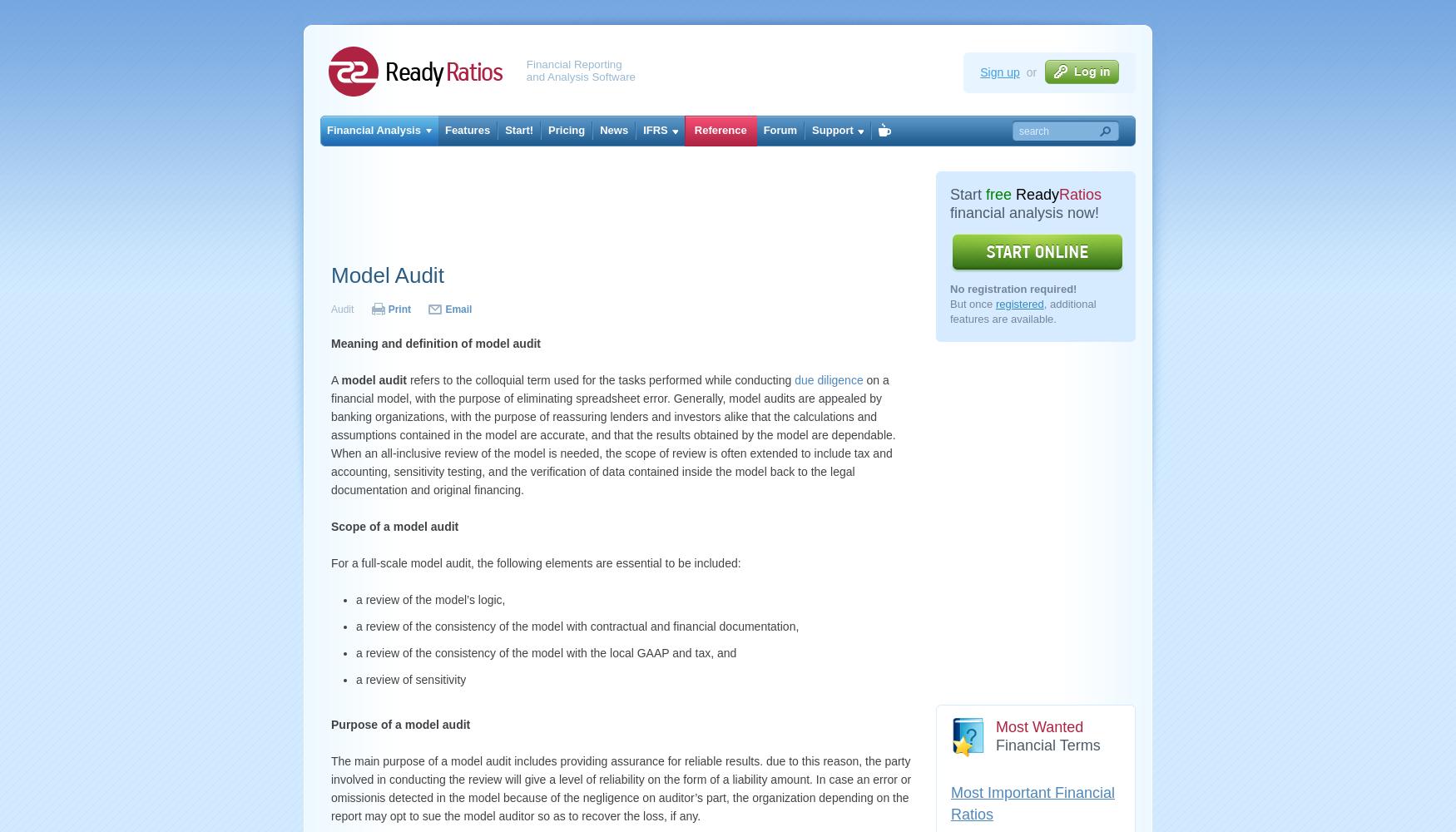 Image resolution: width=1456 pixels, height=832 pixels. I want to click on 'Purpose of a model audit', so click(329, 724).